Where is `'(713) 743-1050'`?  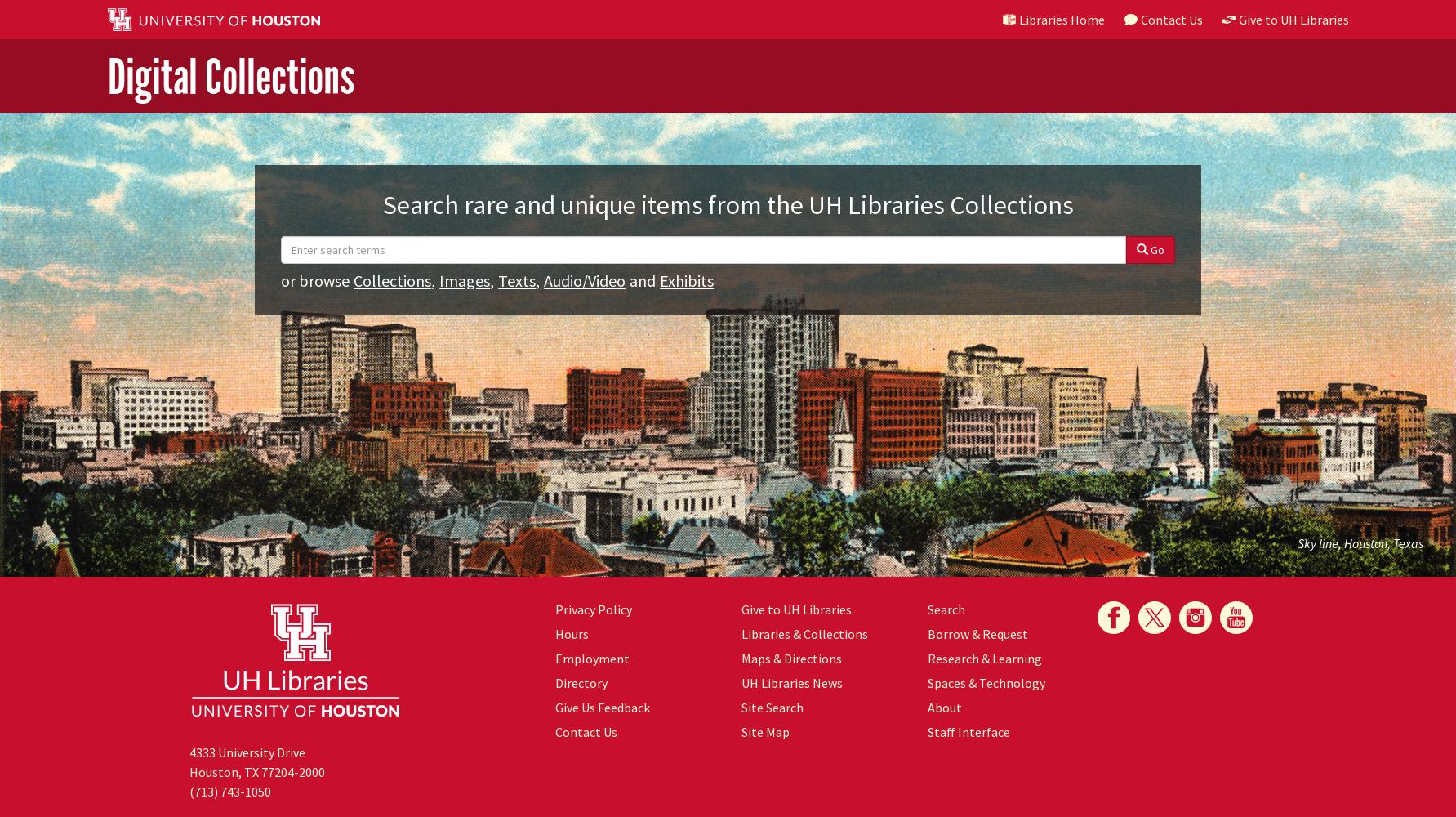
'(713) 743-1050' is located at coordinates (229, 790).